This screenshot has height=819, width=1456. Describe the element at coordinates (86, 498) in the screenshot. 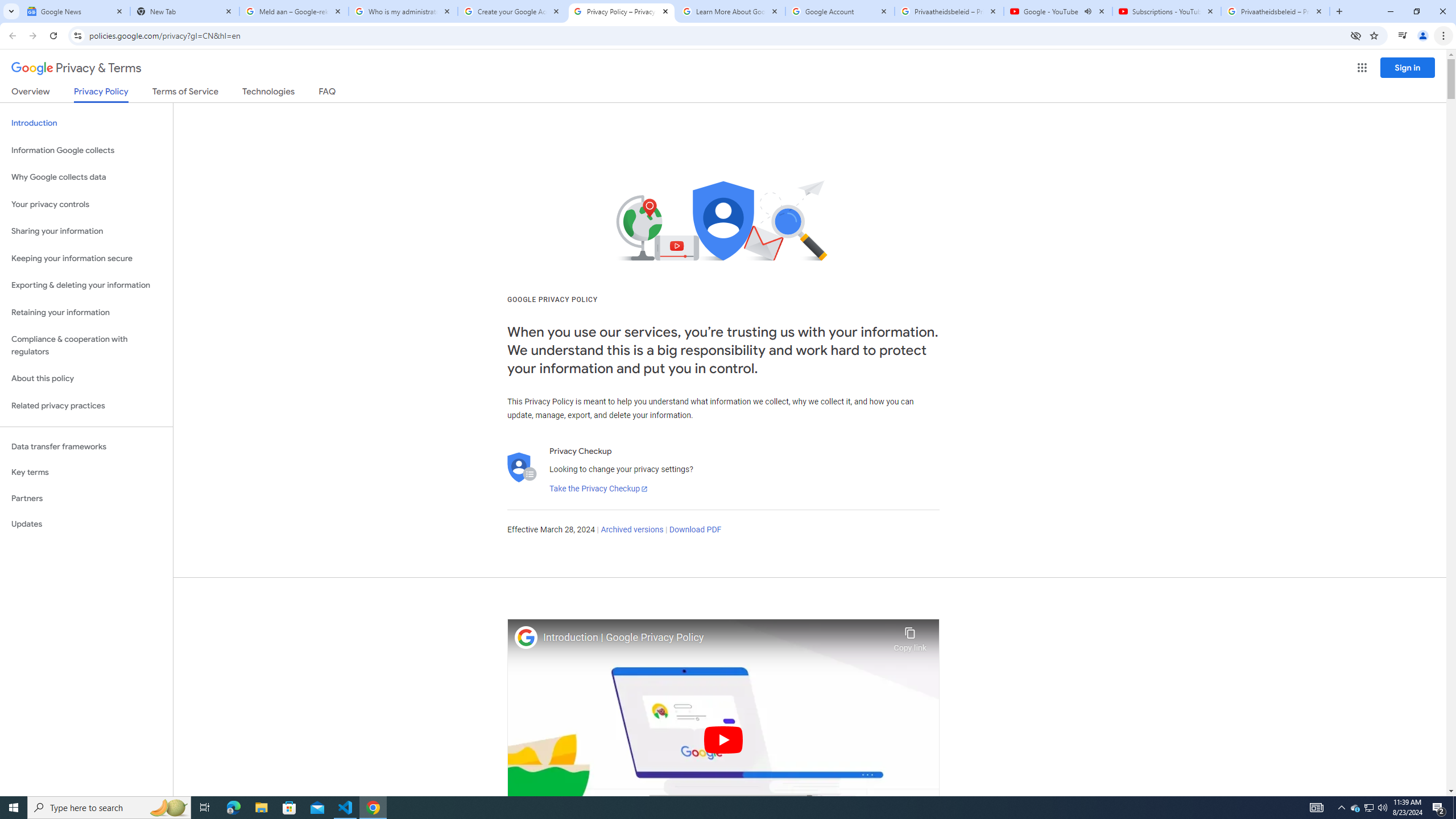

I see `'Partners'` at that location.